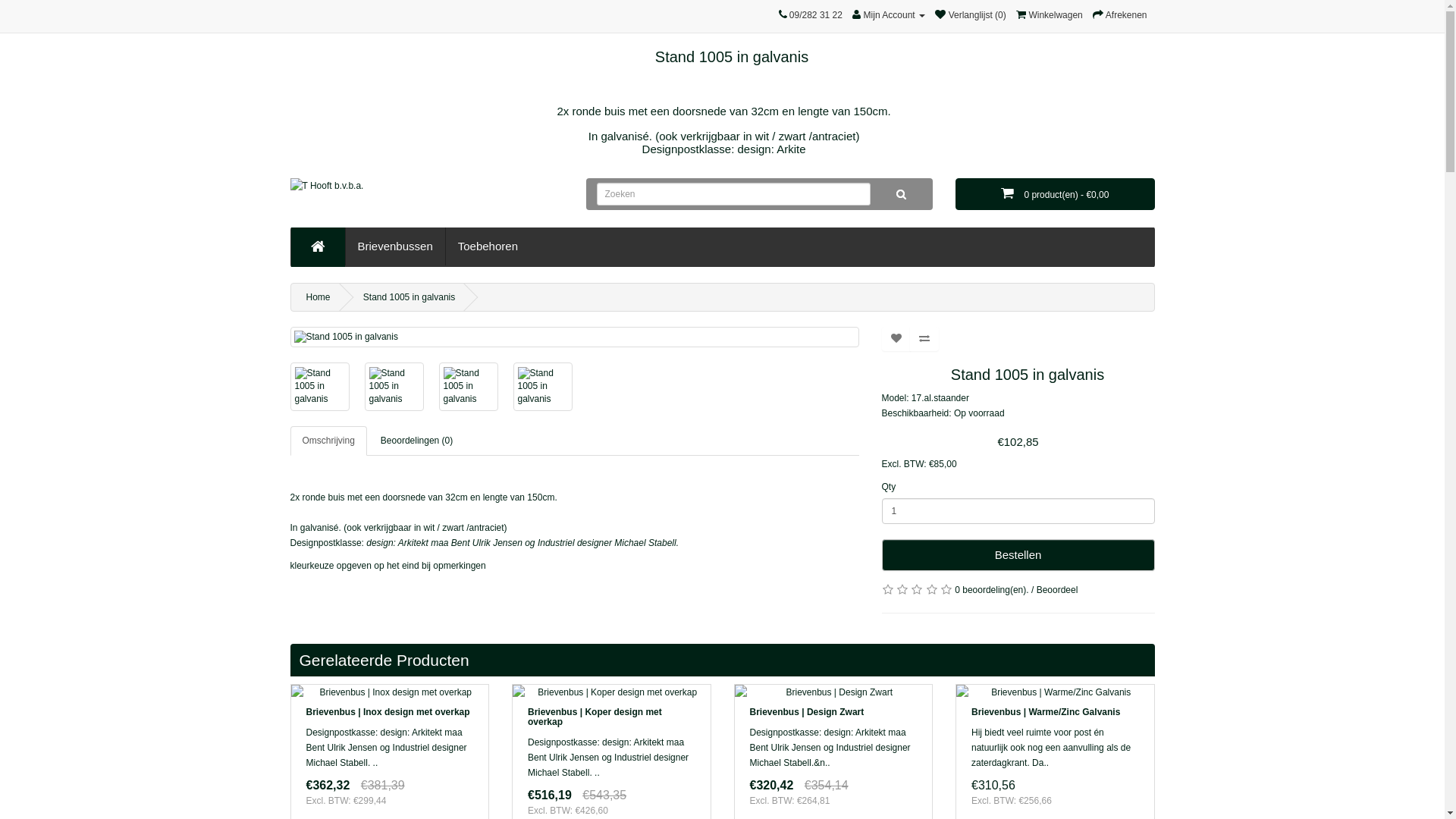 The image size is (1456, 819). Describe the element at coordinates (1018, 555) in the screenshot. I see `'Bestellen'` at that location.